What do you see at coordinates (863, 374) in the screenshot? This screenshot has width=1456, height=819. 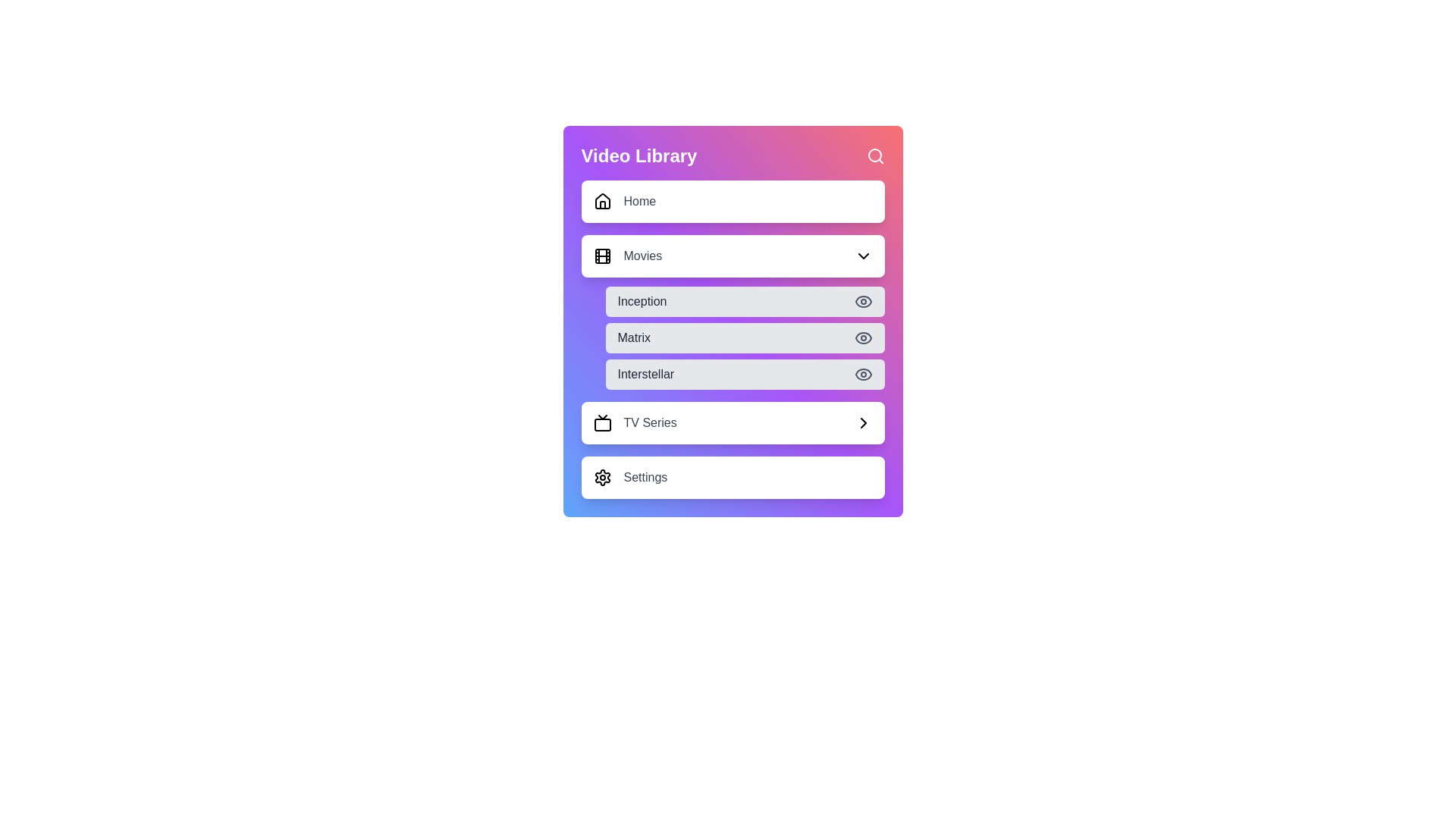 I see `the eye-like icon located to the right of the 'Matrix' label in the 'Movies' section, which indicates visibility for the associated media item` at bounding box center [863, 374].